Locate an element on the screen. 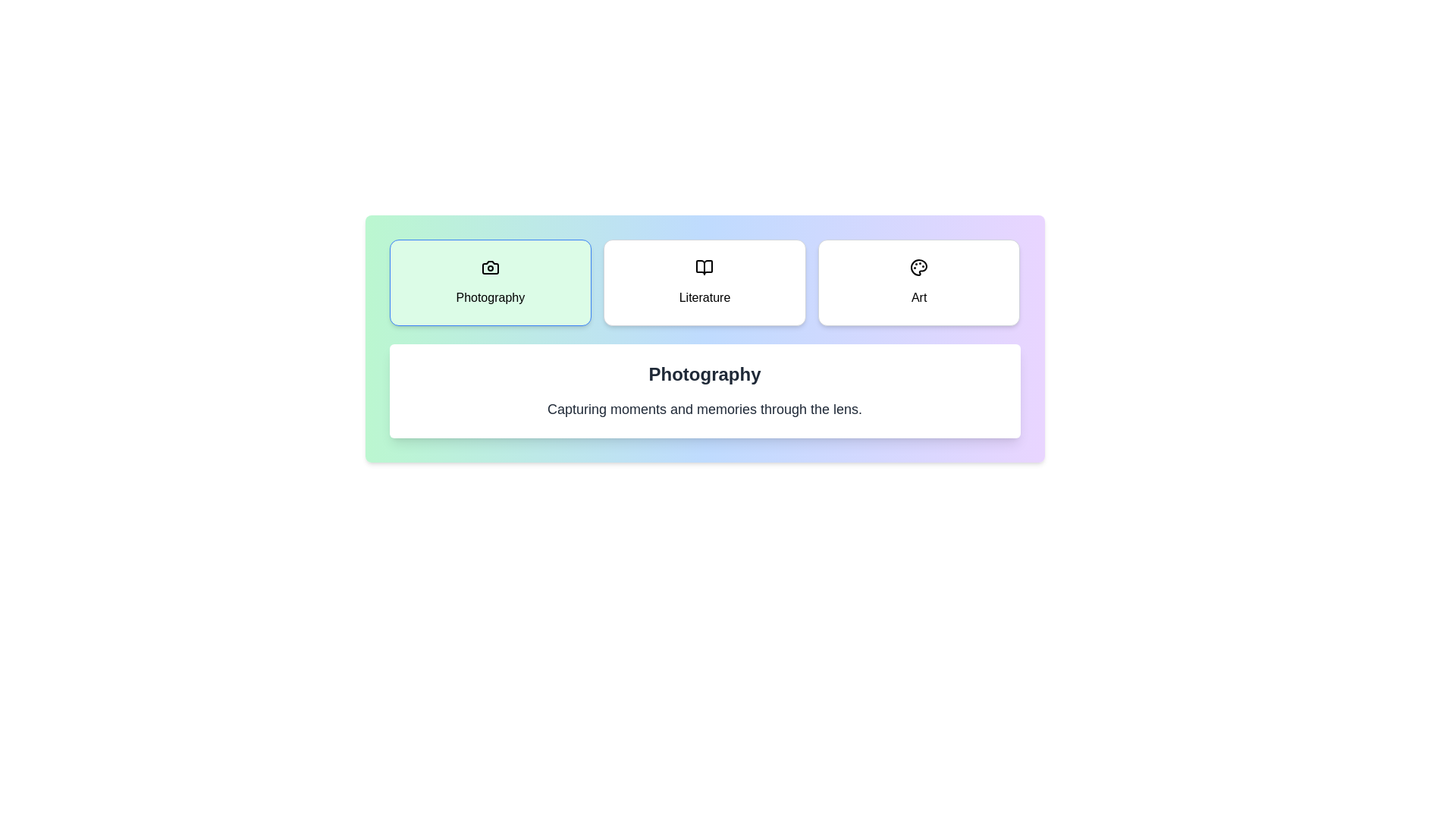 The width and height of the screenshot is (1456, 819). the SVG graphical icon representing the concept of art, located within the top right section of the interface inside the third card labeled 'Art' is located at coordinates (918, 267).